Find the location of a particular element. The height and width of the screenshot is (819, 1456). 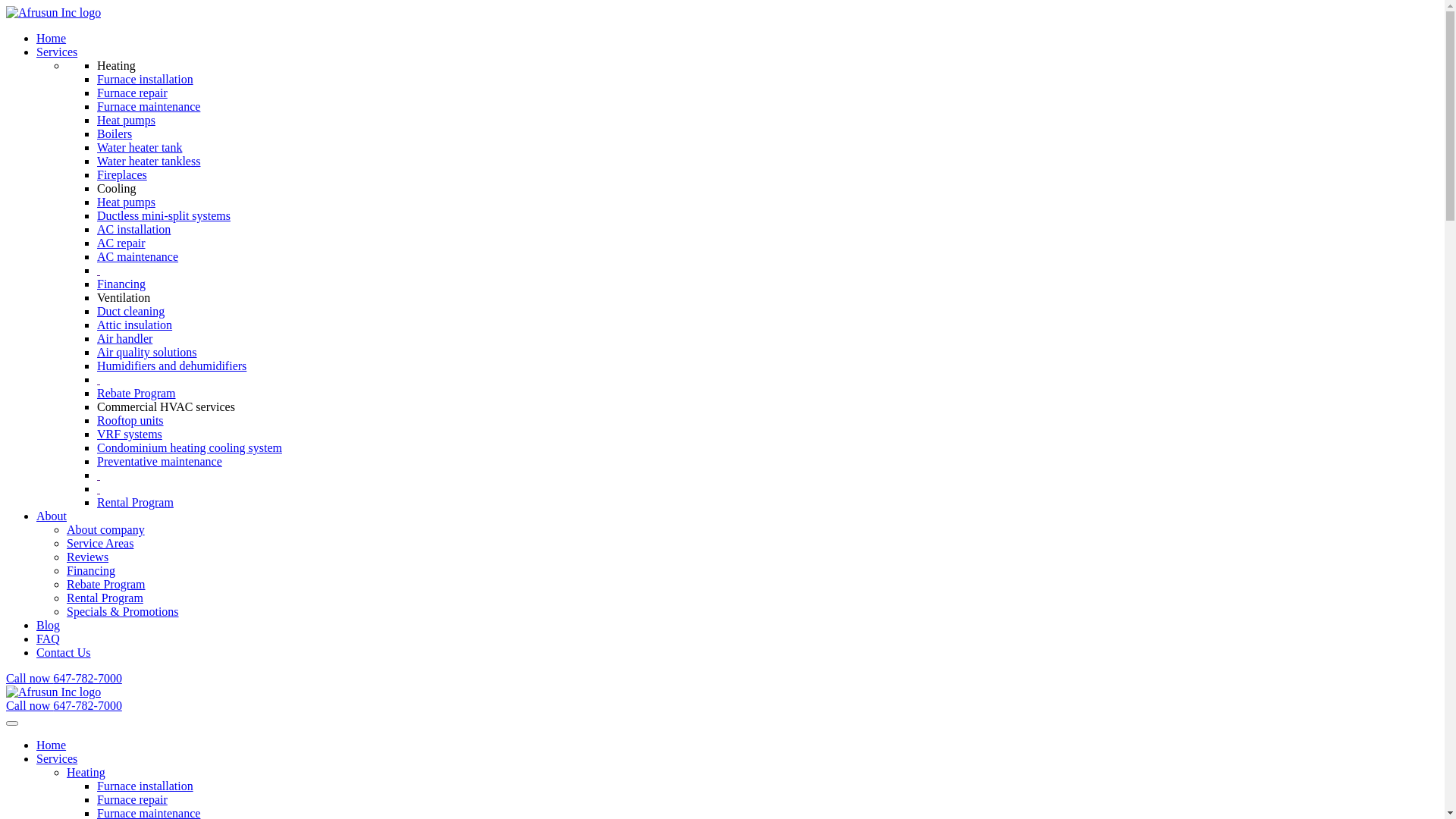

'Contact Us' is located at coordinates (62, 651).